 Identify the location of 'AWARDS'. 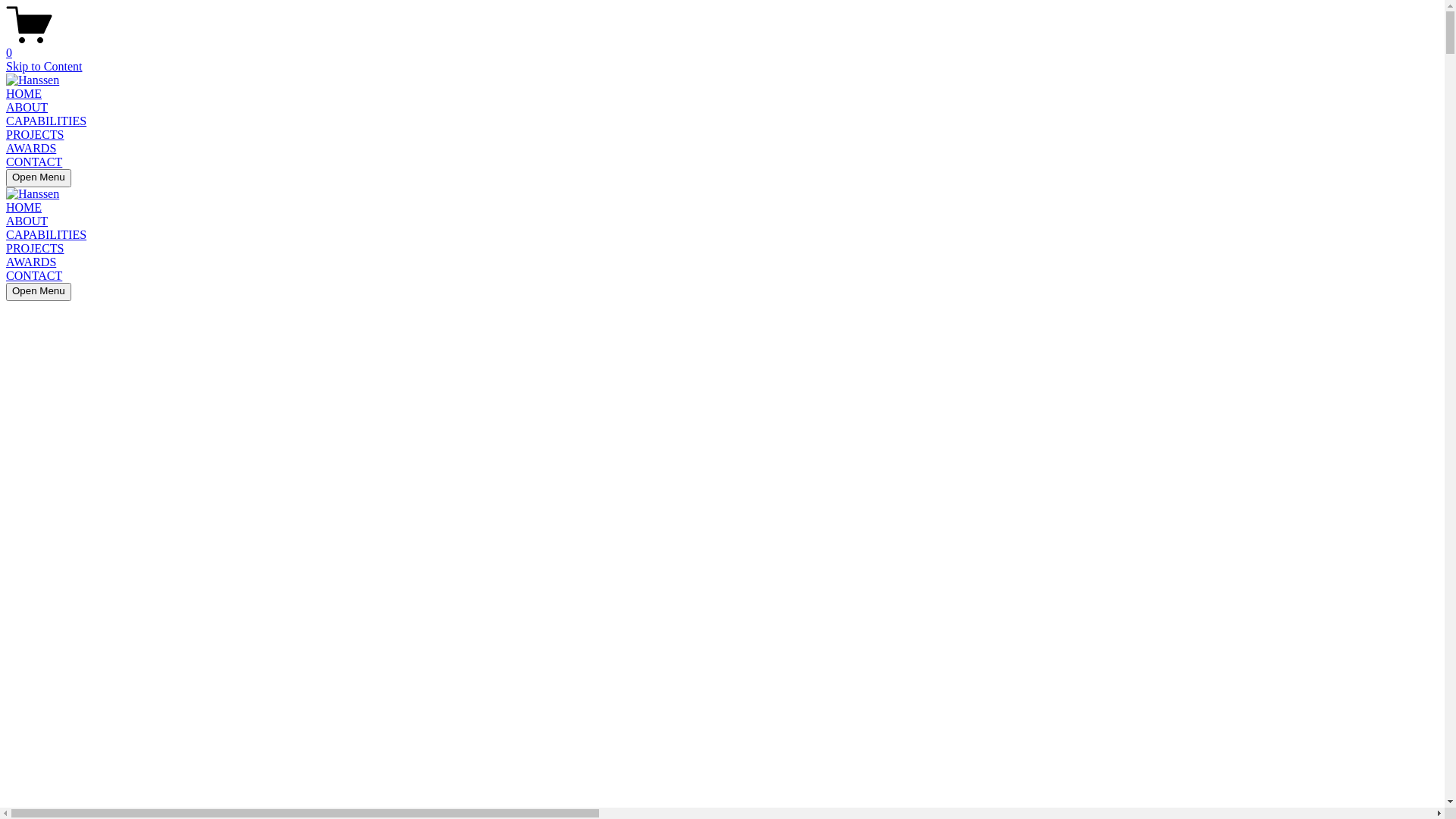
(6, 148).